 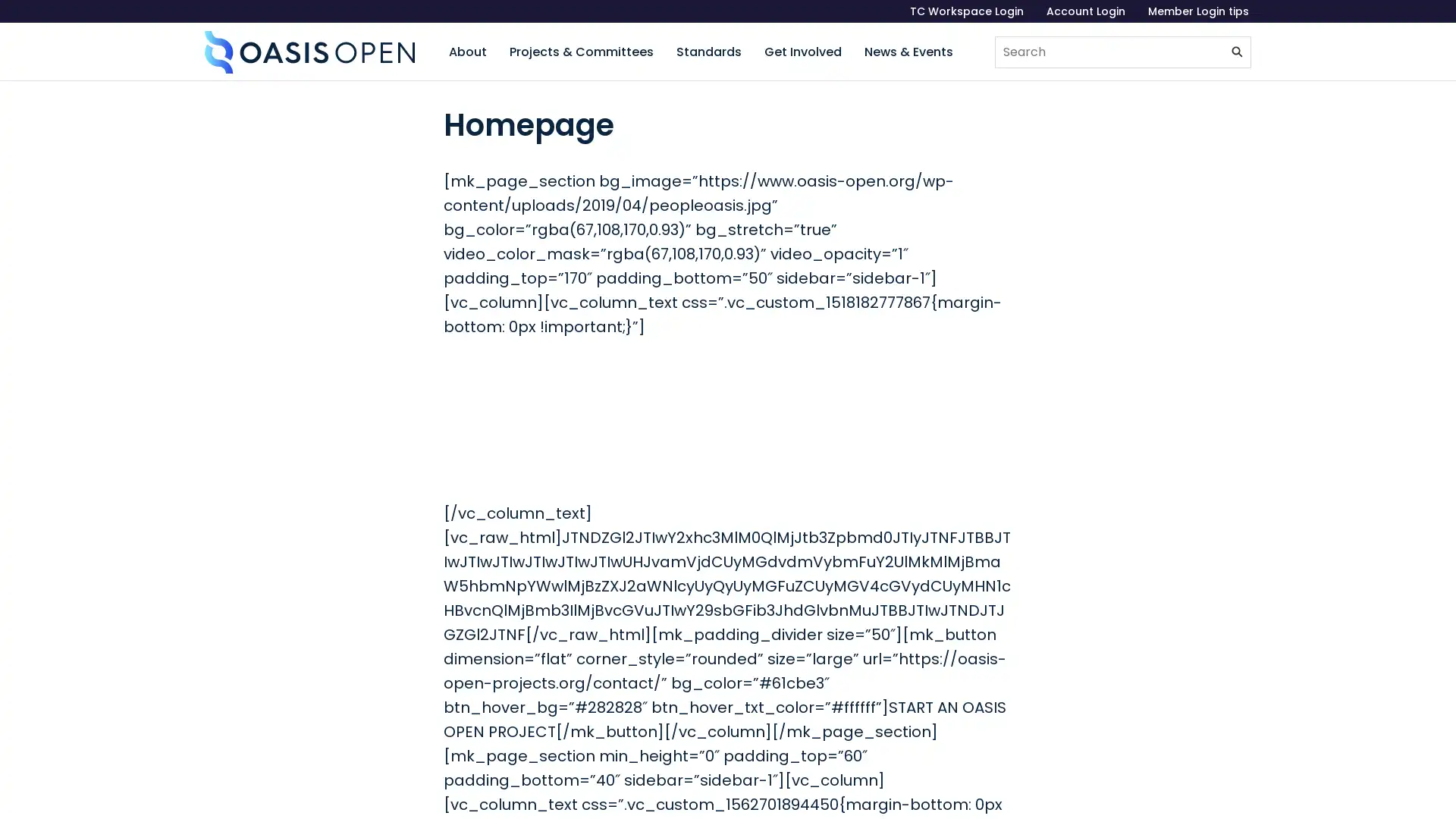 What do you see at coordinates (1238, 52) in the screenshot?
I see `Submit search` at bounding box center [1238, 52].